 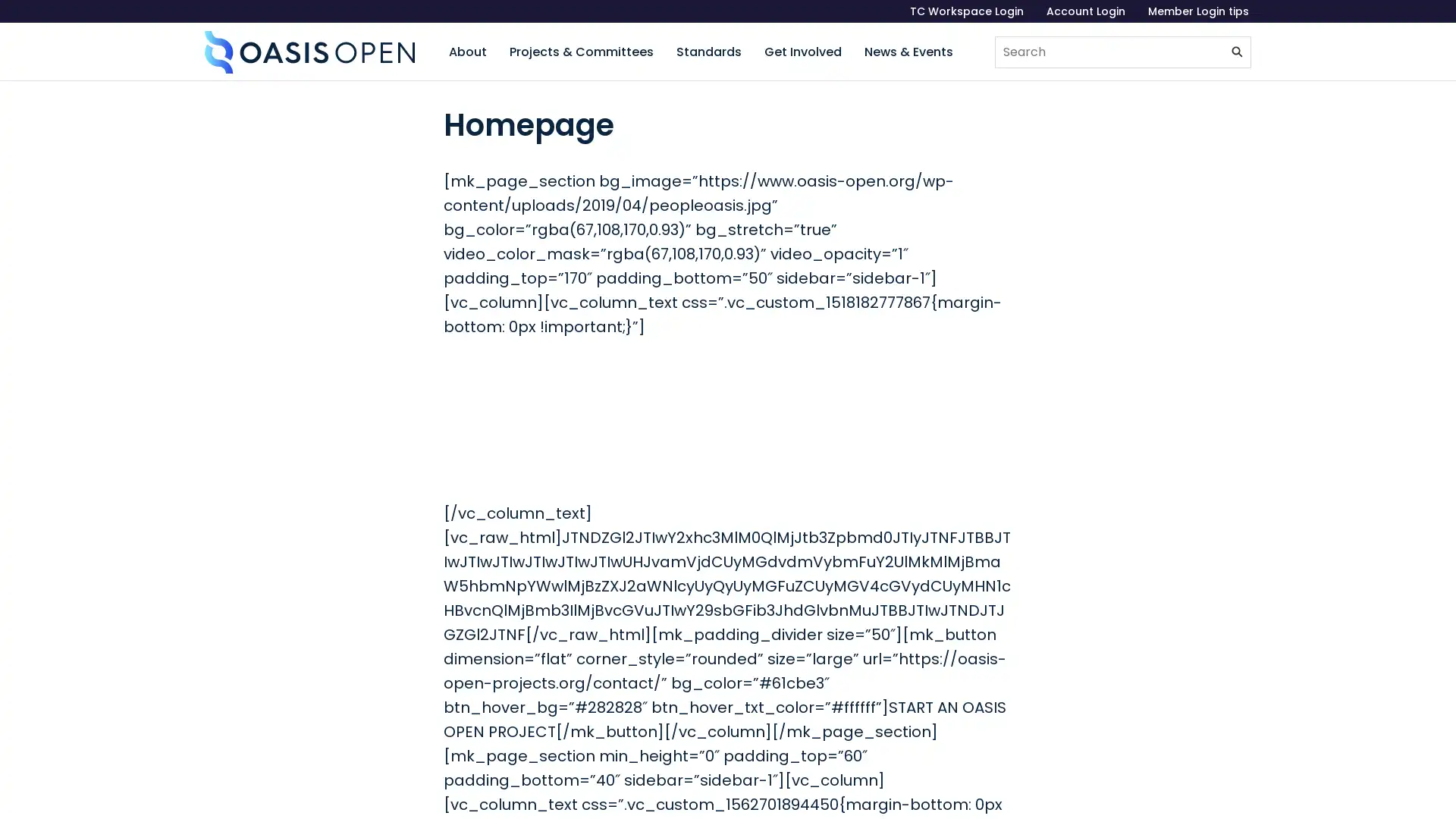 What do you see at coordinates (1238, 52) in the screenshot?
I see `Submit search` at bounding box center [1238, 52].